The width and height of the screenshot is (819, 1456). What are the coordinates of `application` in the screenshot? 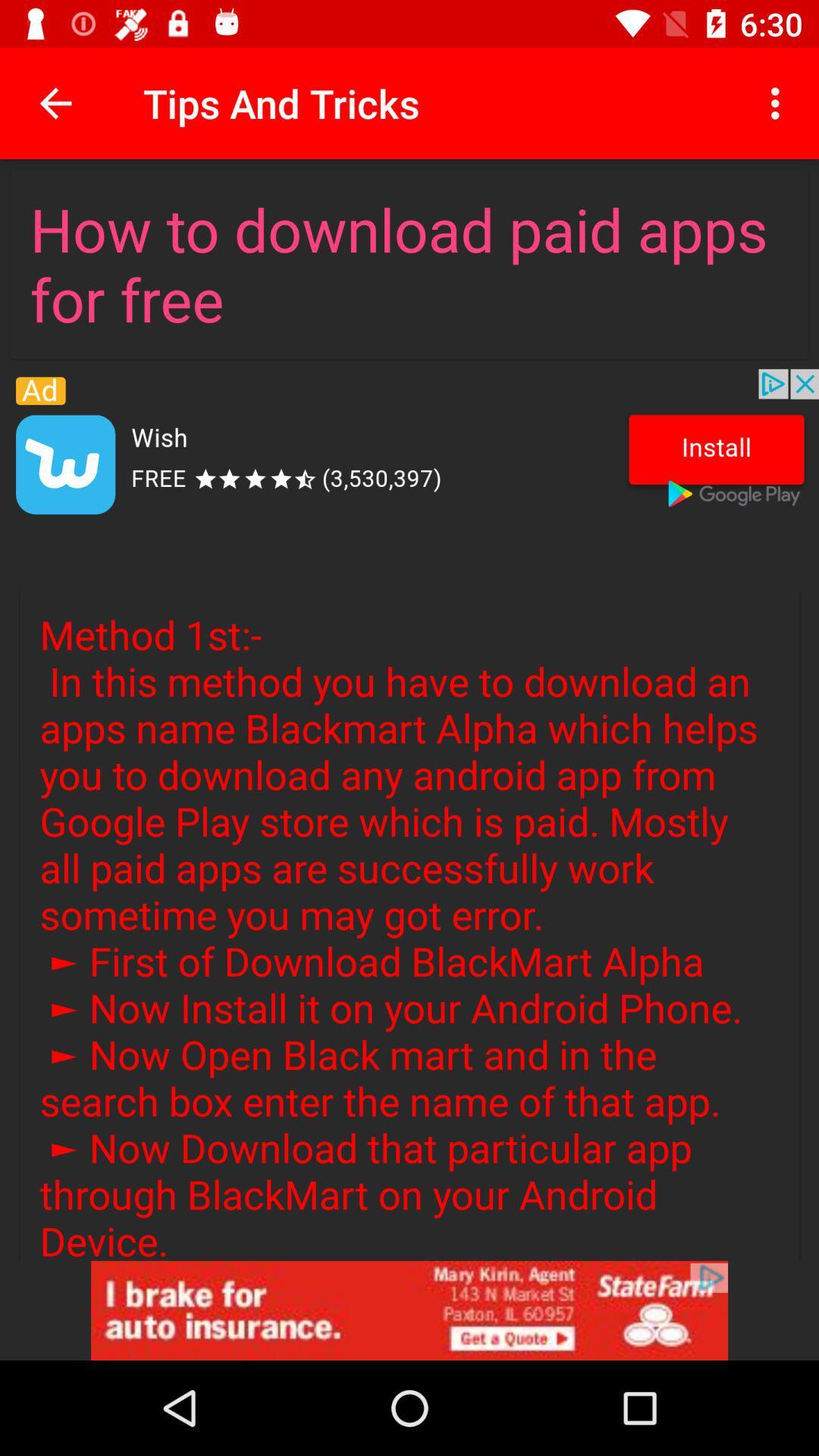 It's located at (409, 447).